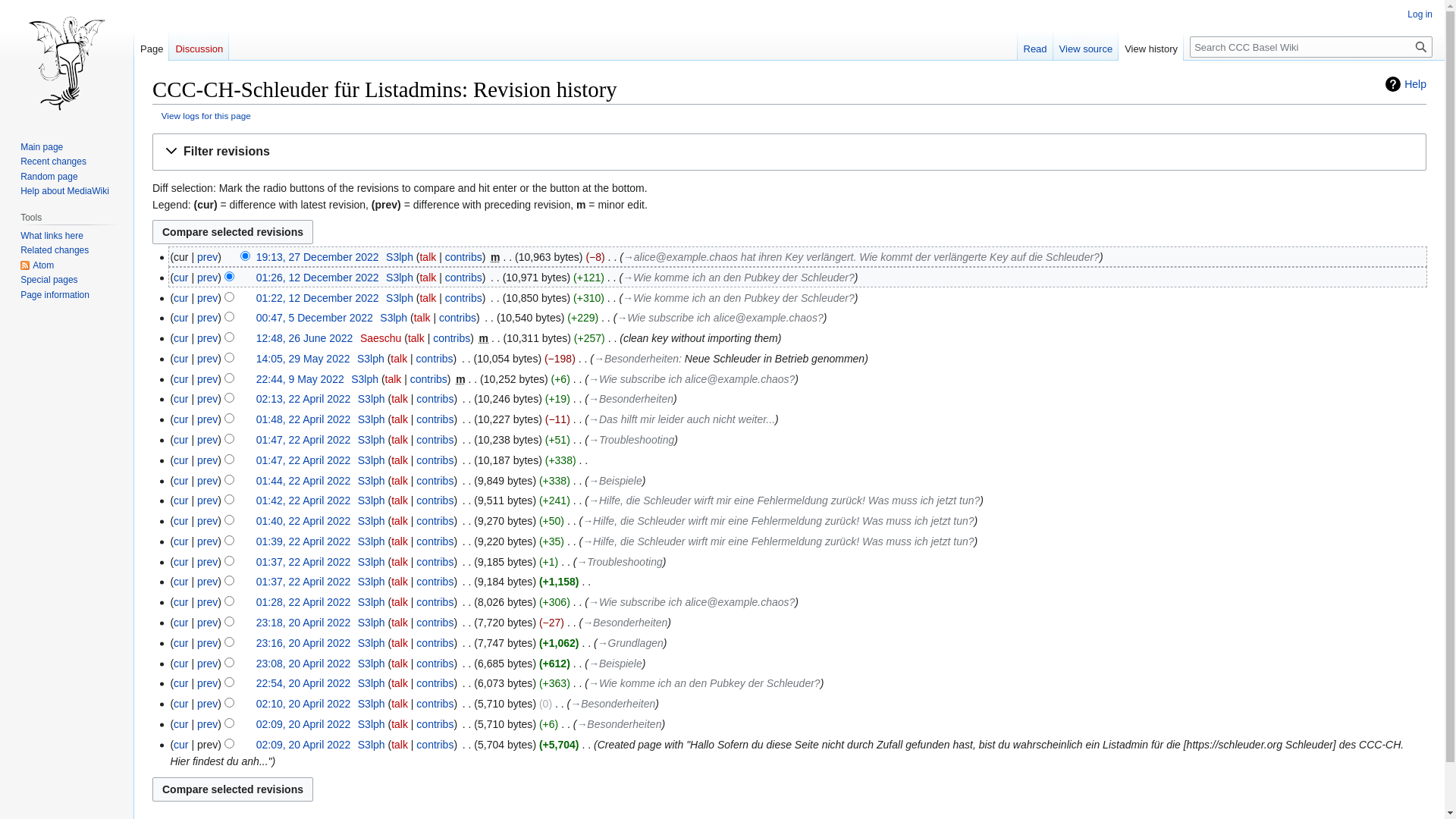 Image resolution: width=1456 pixels, height=819 pixels. Describe the element at coordinates (1404, 84) in the screenshot. I see `'Help'` at that location.